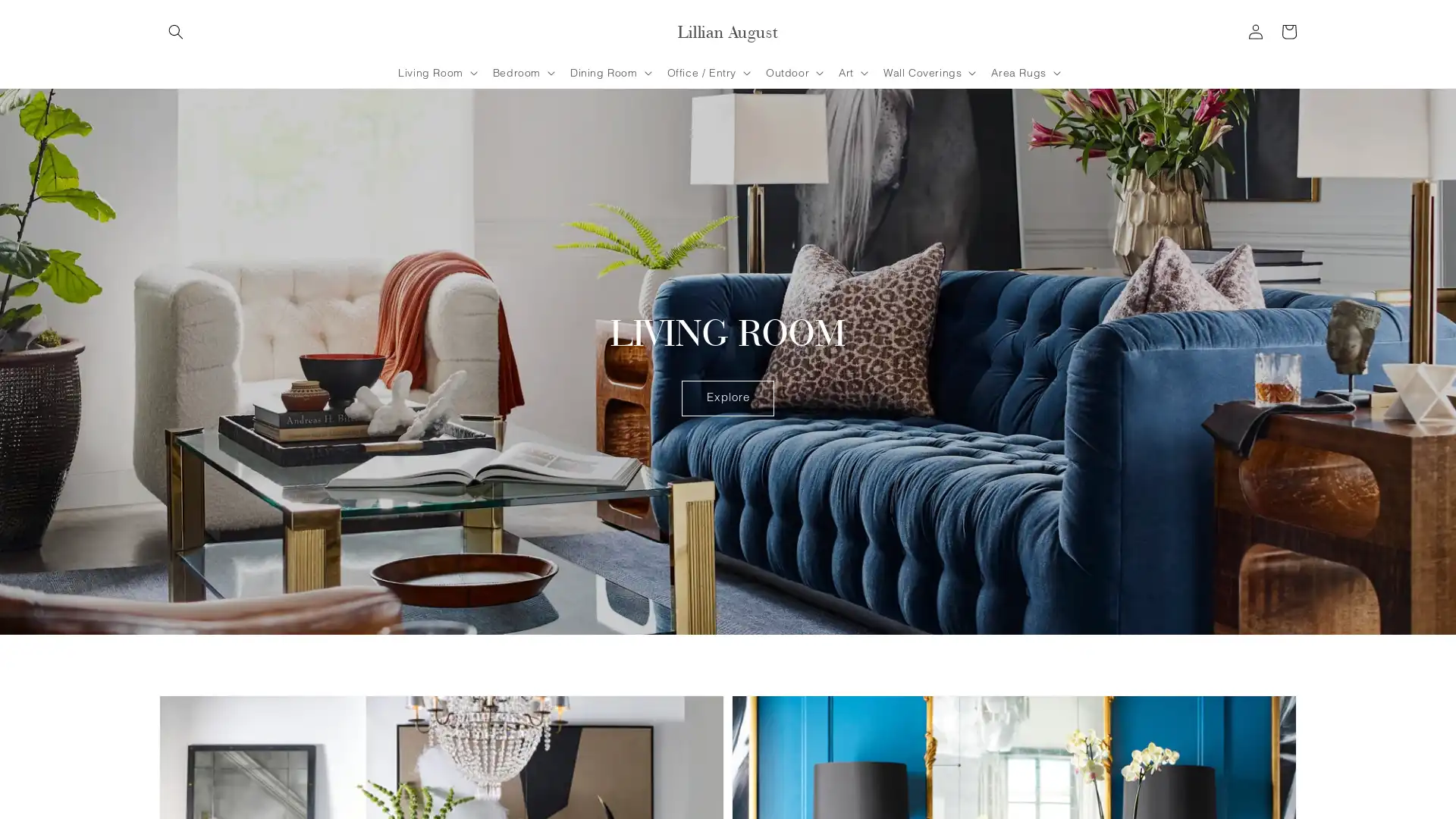 The width and height of the screenshot is (1456, 819). I want to click on Area Rugs, so click(1024, 72).